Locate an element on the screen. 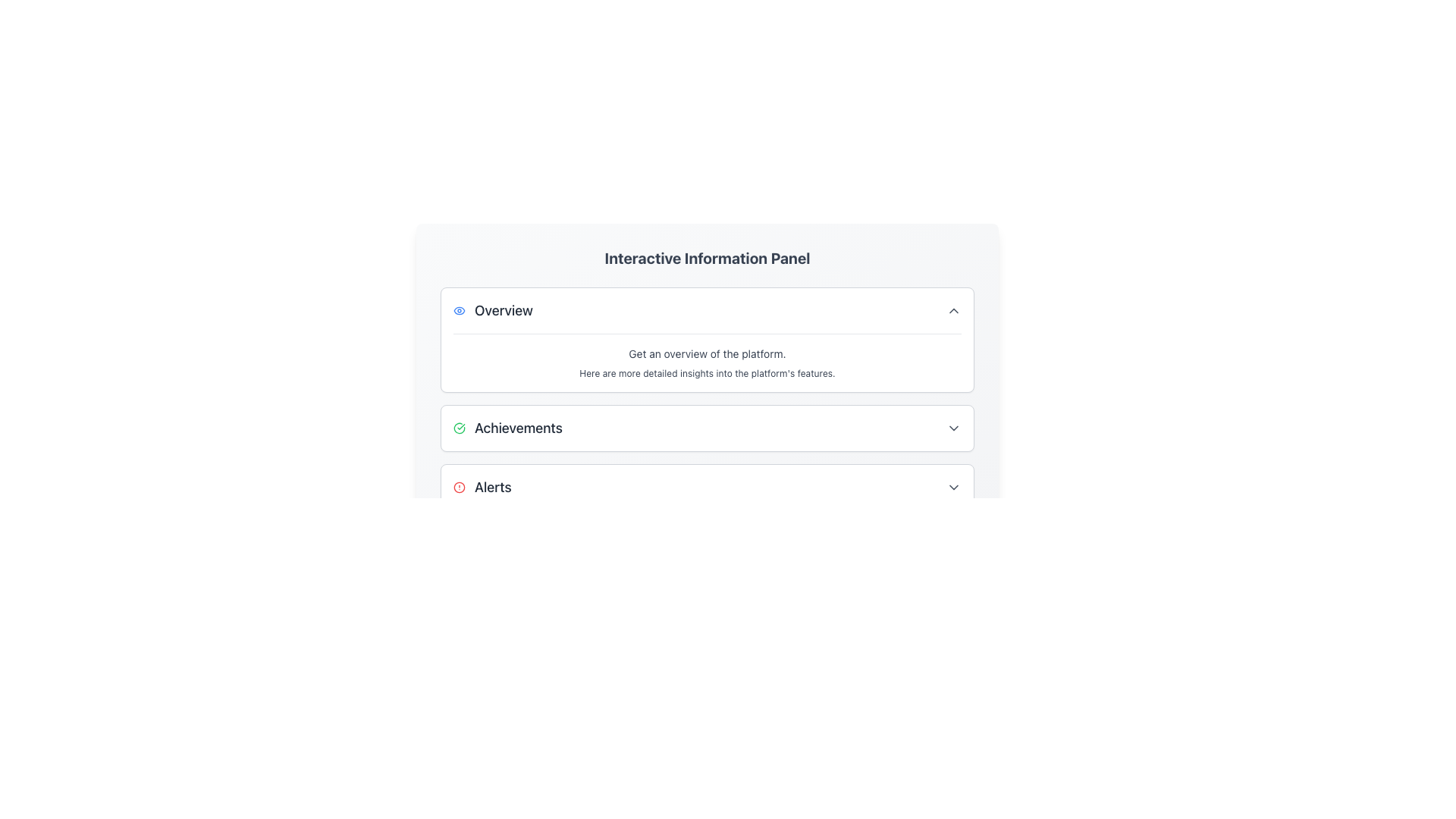  the 'Overview' section, which consists of a blue eye-shaped icon on the left and bold black text on the right, located at the top of the list in the 'Interactive Information Panel' is located at coordinates (493, 309).